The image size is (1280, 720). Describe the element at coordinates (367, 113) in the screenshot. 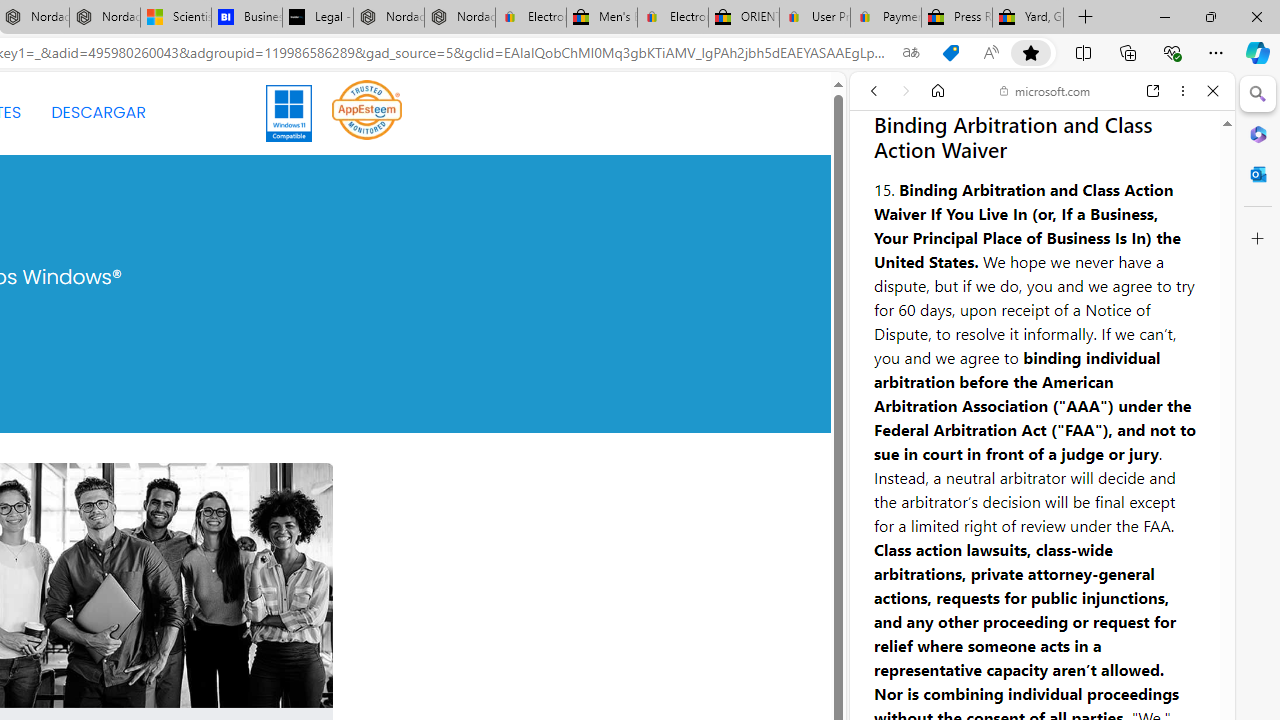

I see `'App Esteem'` at that location.